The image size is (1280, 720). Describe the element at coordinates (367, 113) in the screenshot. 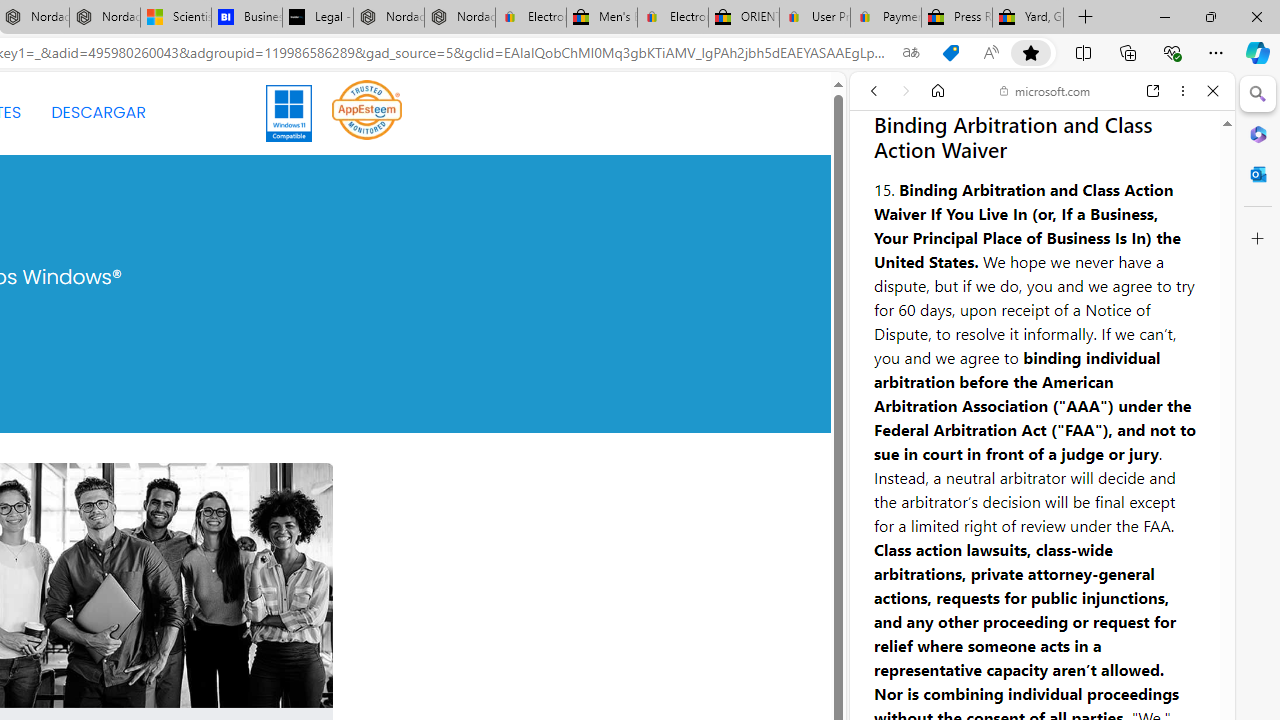

I see `'App Esteem'` at that location.